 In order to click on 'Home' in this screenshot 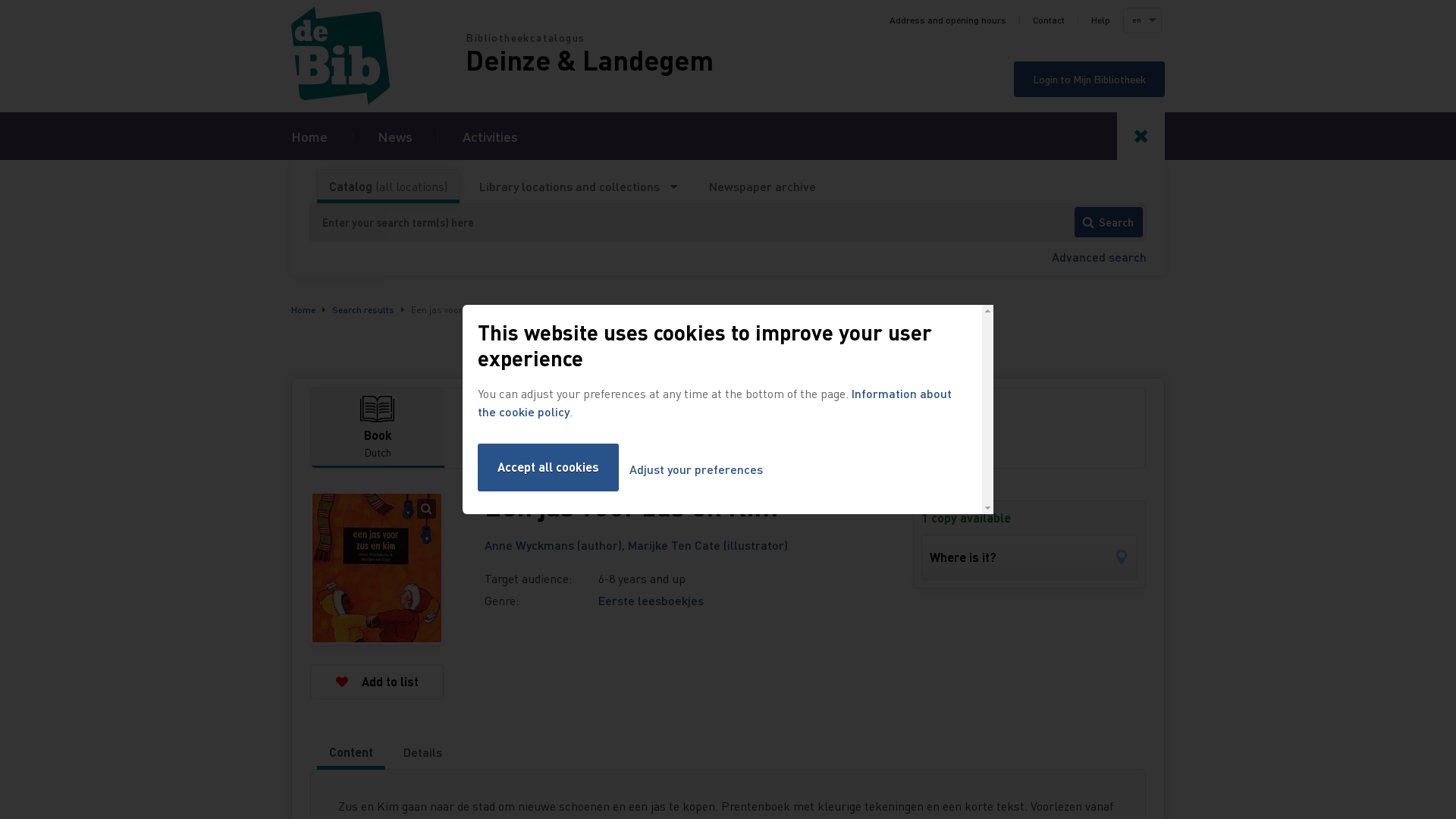, I will do `click(291, 309)`.